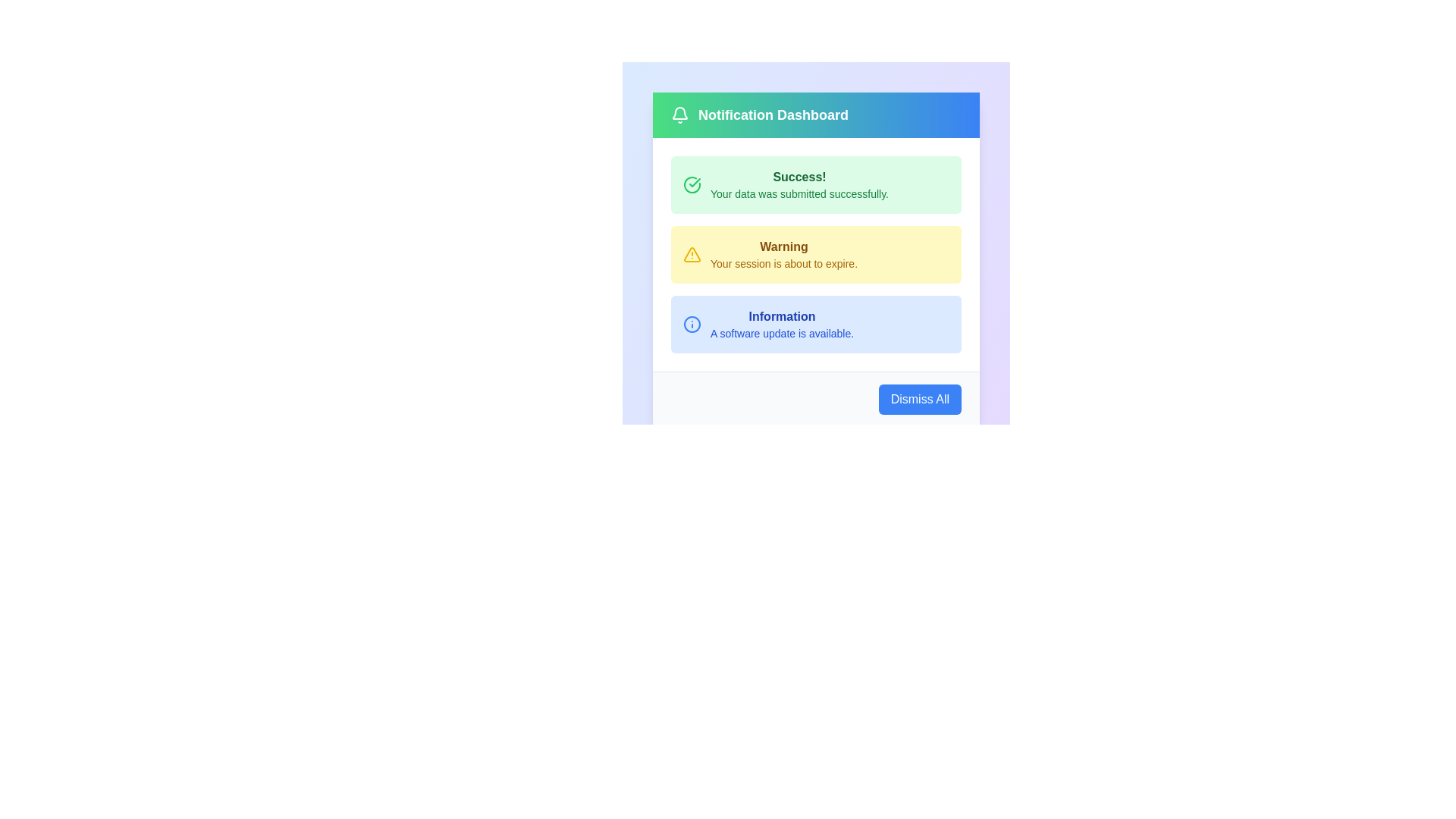 The image size is (1456, 819). What do you see at coordinates (773, 114) in the screenshot?
I see `the text label indicating 'Notification Dashboard', which serves as the header for the current section of the interface` at bounding box center [773, 114].